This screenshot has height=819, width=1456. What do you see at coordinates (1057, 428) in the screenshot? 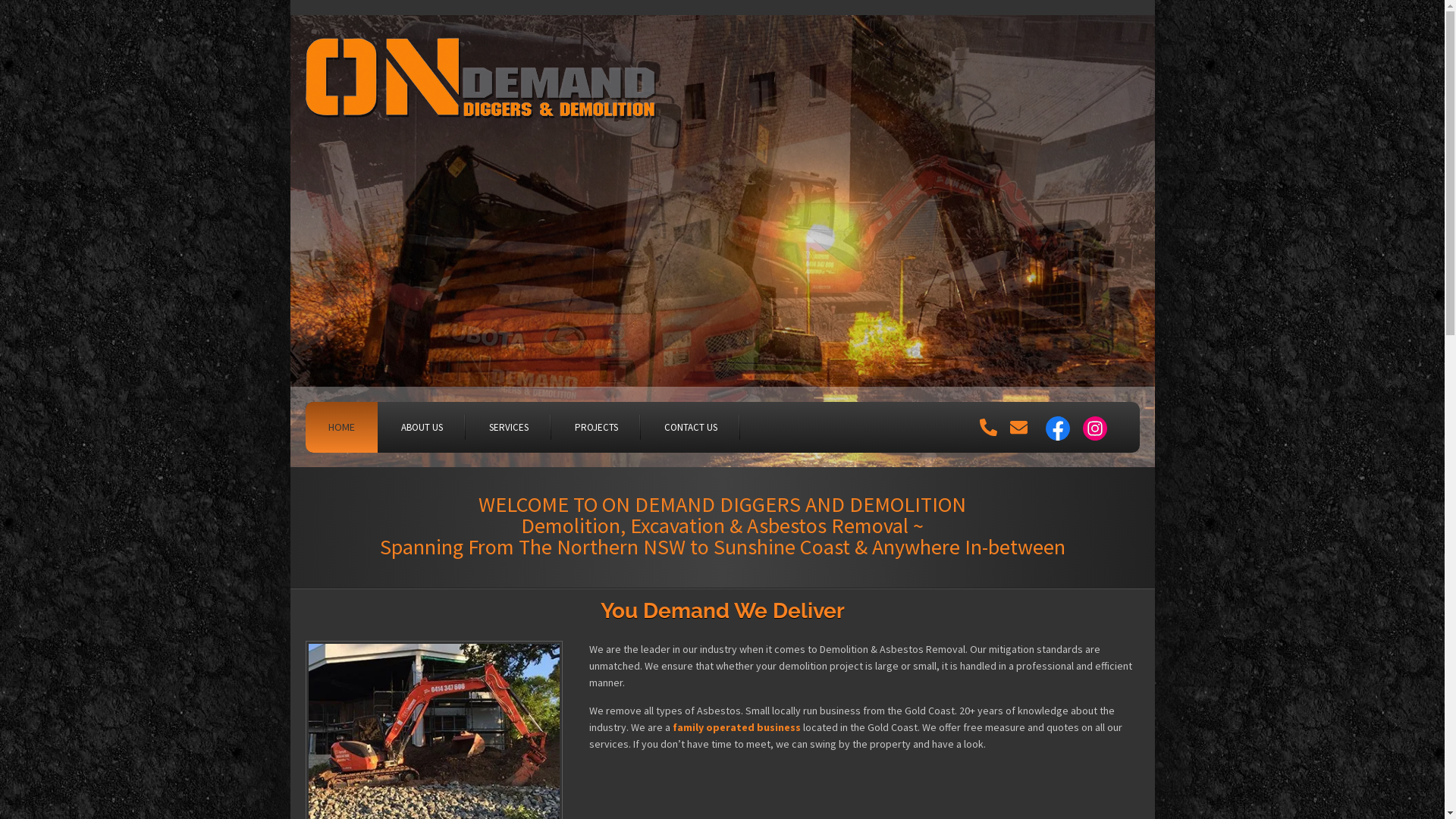
I see `'Find Us On Facebook'` at bounding box center [1057, 428].